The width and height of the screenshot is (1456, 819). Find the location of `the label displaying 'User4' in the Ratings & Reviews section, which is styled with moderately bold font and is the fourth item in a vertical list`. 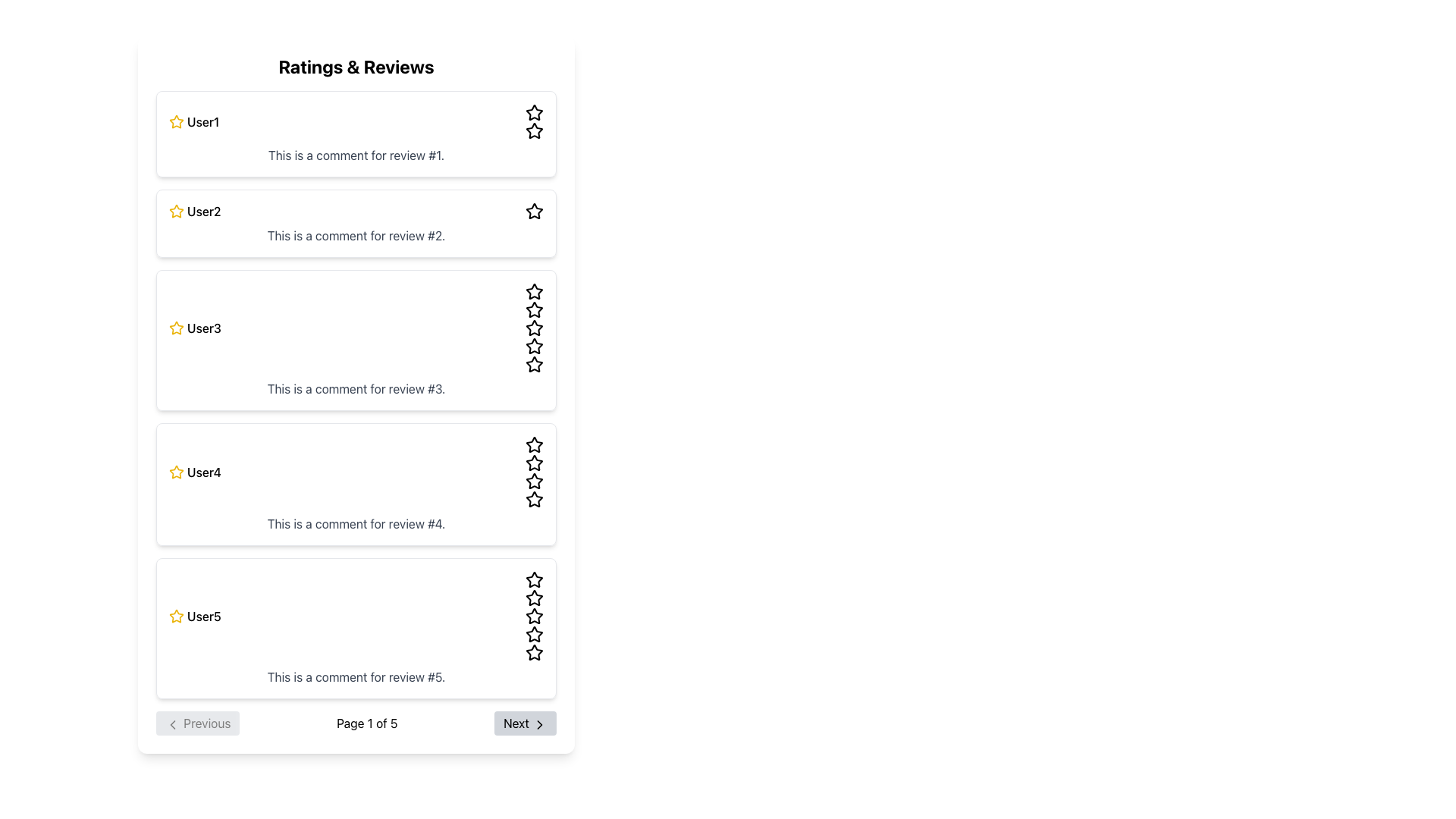

the label displaying 'User4' in the Ratings & Reviews section, which is styled with moderately bold font and is the fourth item in a vertical list is located at coordinates (203, 472).